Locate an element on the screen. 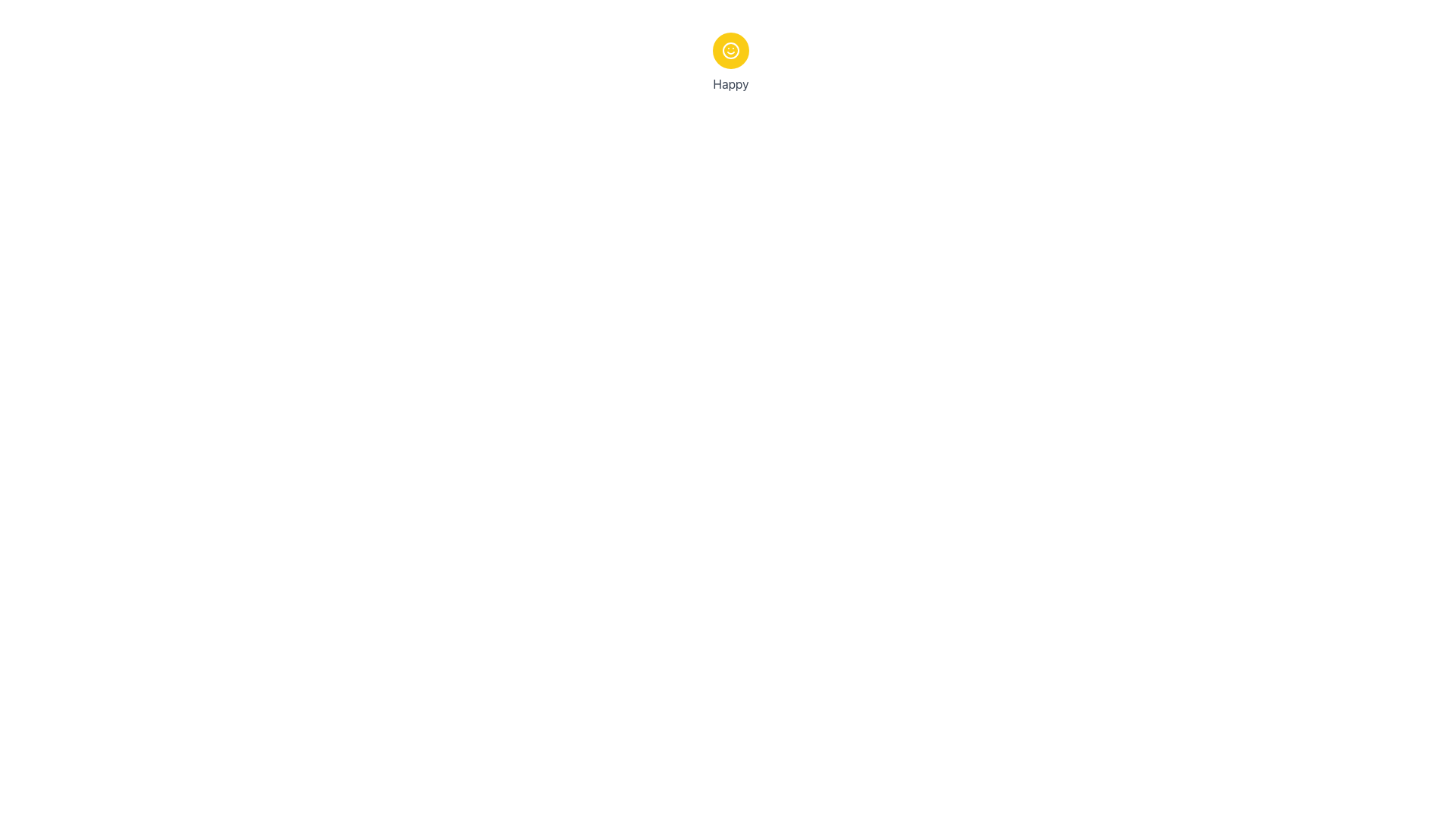 Image resolution: width=1456 pixels, height=819 pixels. the 'Happy' icon button with a yellow background is located at coordinates (731, 49).